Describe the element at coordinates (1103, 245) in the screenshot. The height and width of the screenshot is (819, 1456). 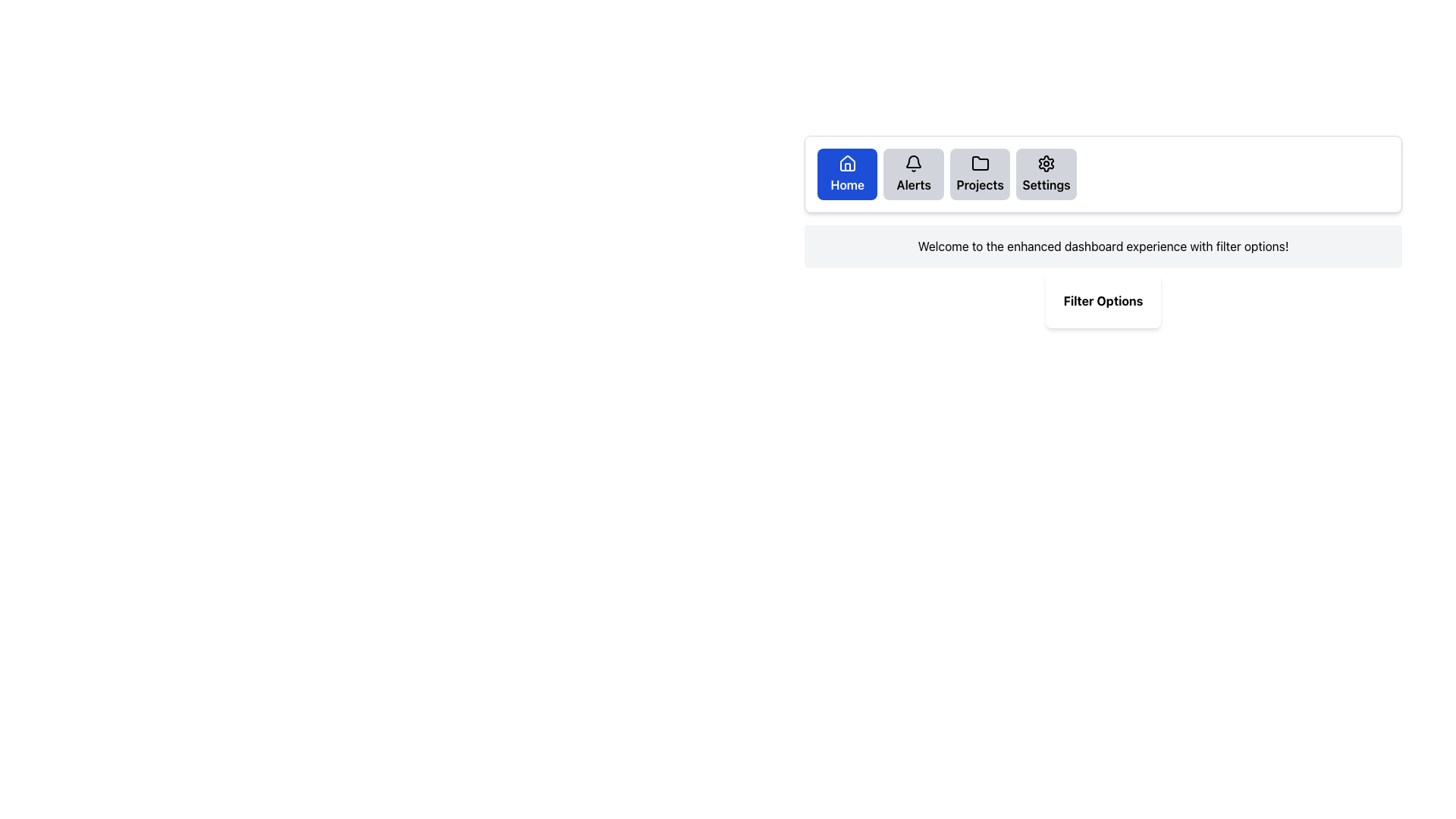
I see `text content of the Text Block element that displays 'Welcome to the enhanced dashboard experience with filter options!', located below the navigation bar and above the 'Filter Options' button` at that location.